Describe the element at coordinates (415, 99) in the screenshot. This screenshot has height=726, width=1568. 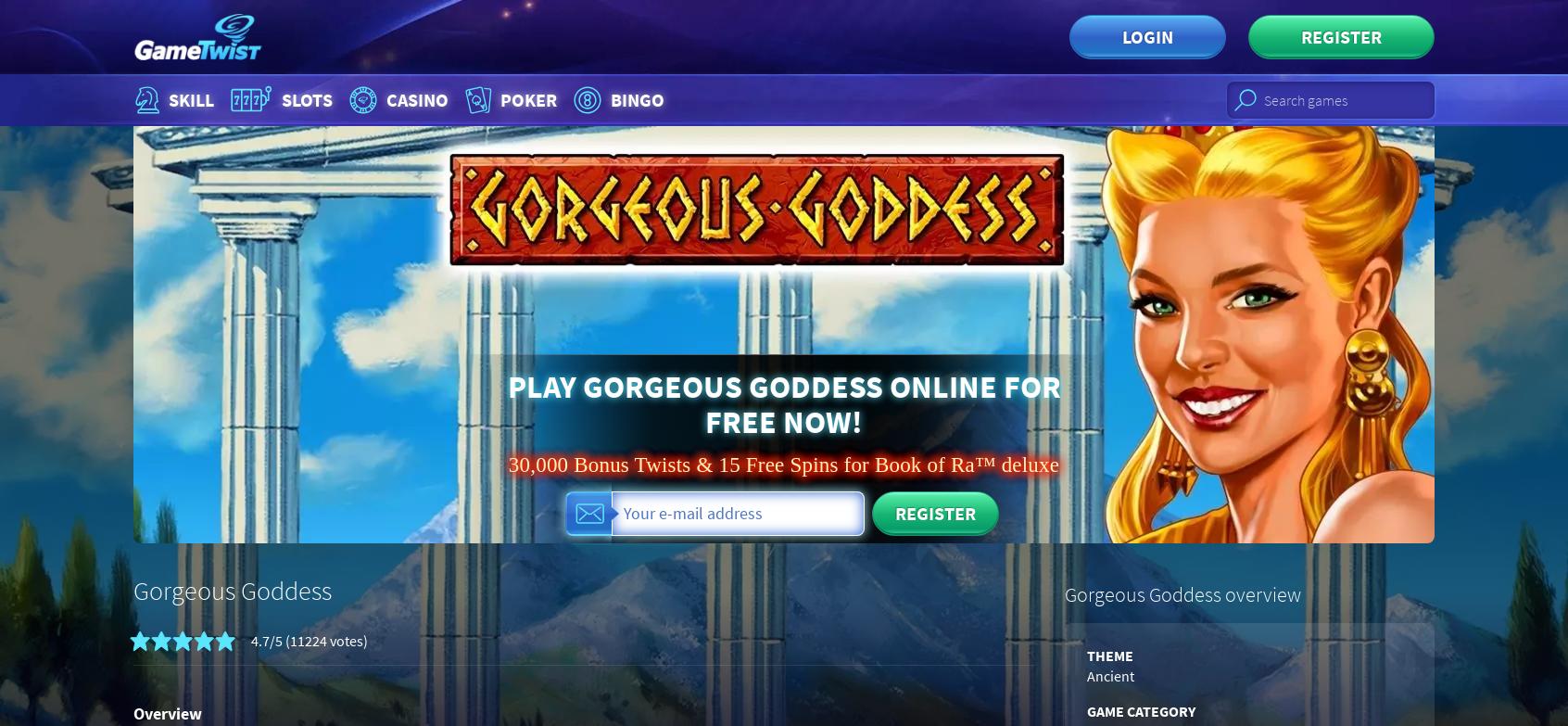
I see `'Casino'` at that location.